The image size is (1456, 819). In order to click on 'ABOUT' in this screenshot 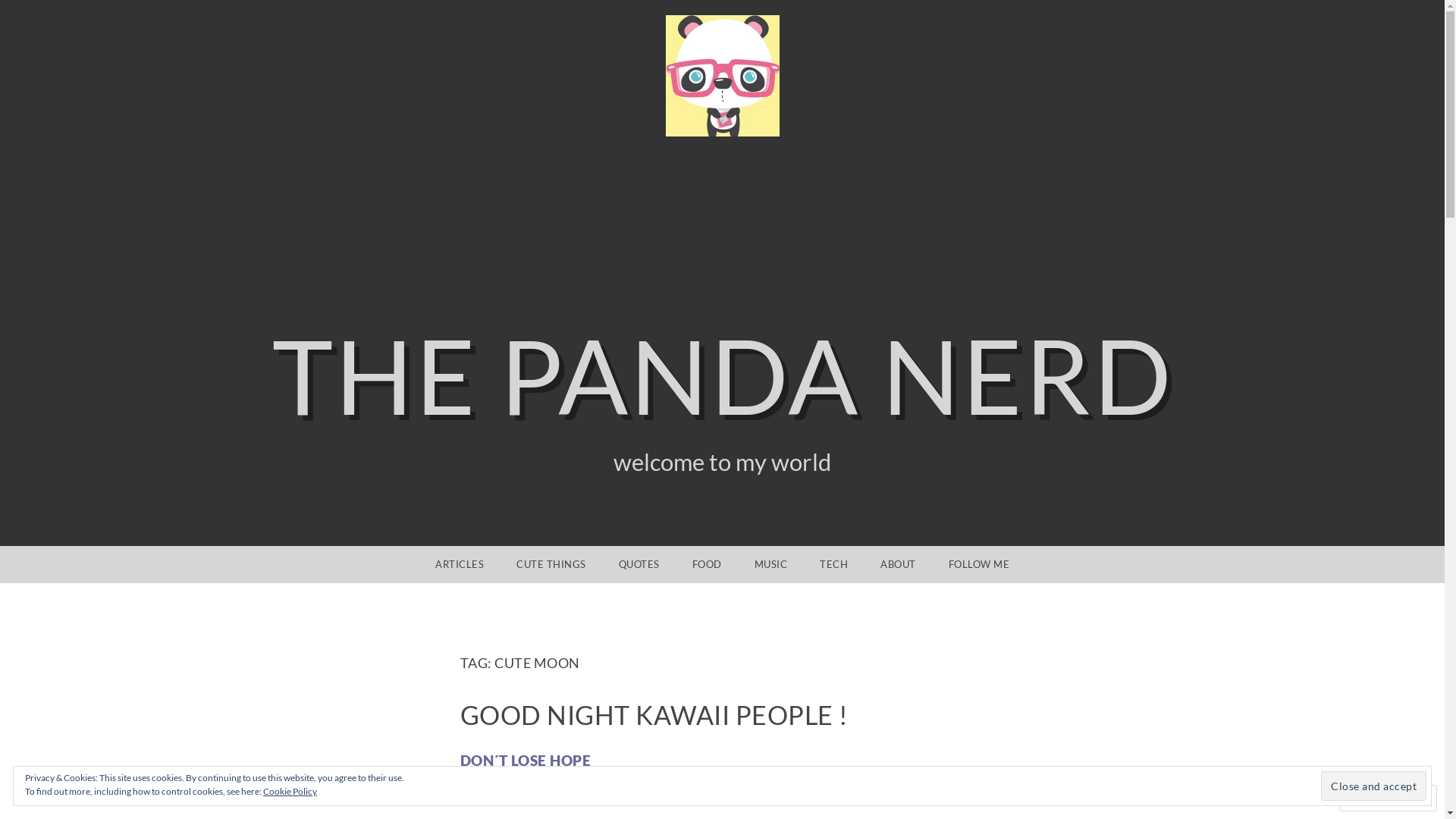, I will do `click(865, 564)`.